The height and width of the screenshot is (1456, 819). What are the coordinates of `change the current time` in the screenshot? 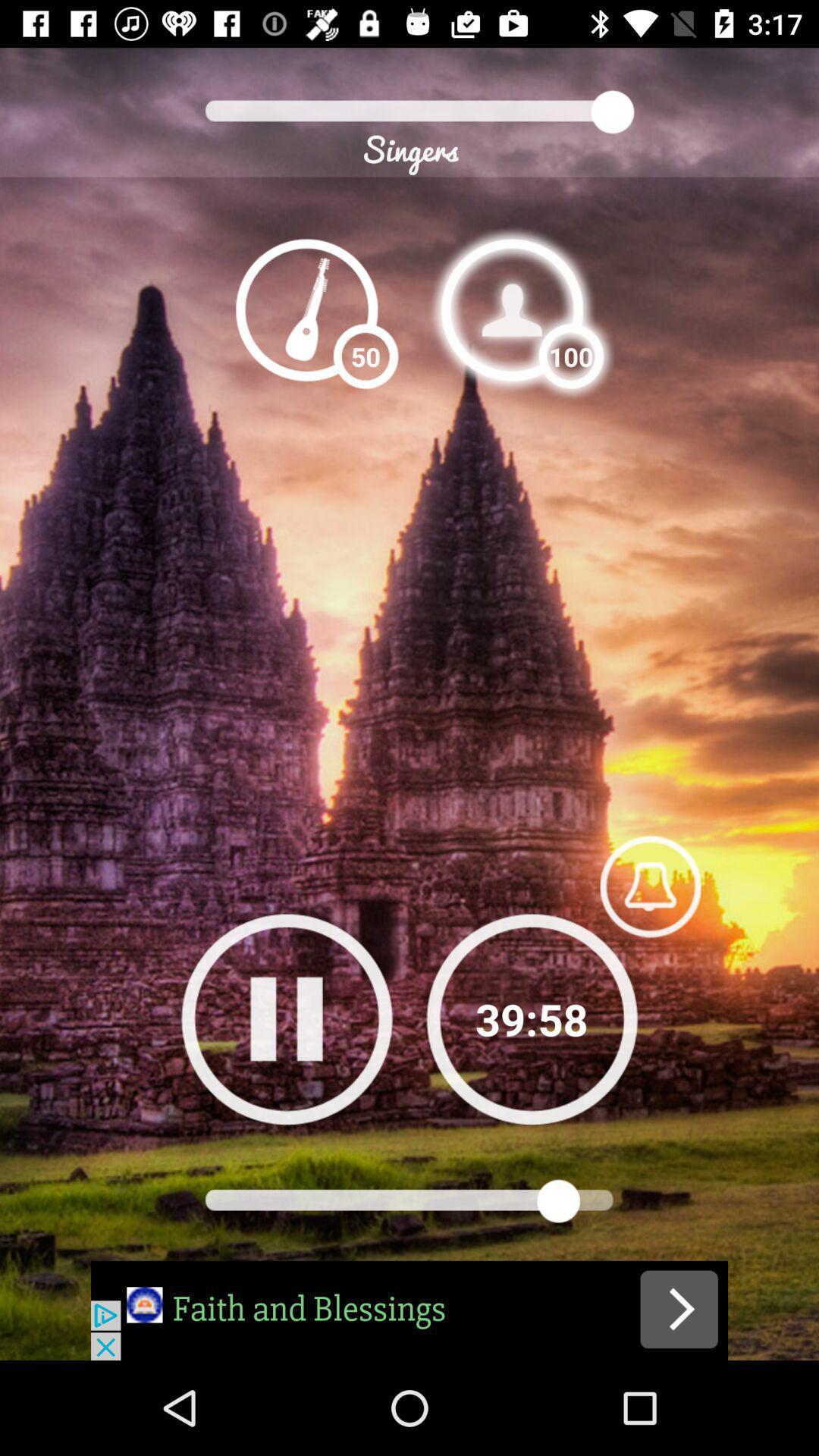 It's located at (531, 1018).